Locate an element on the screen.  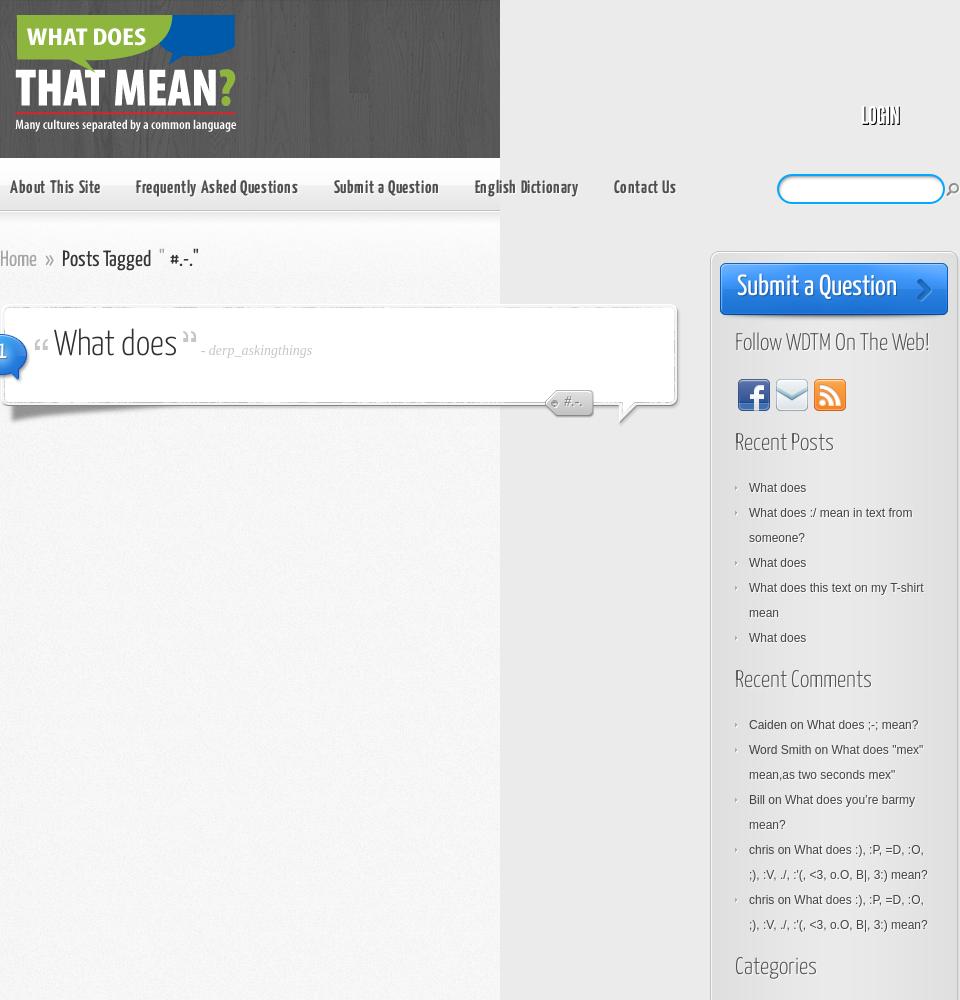
'Submit a Question' is located at coordinates (816, 287).